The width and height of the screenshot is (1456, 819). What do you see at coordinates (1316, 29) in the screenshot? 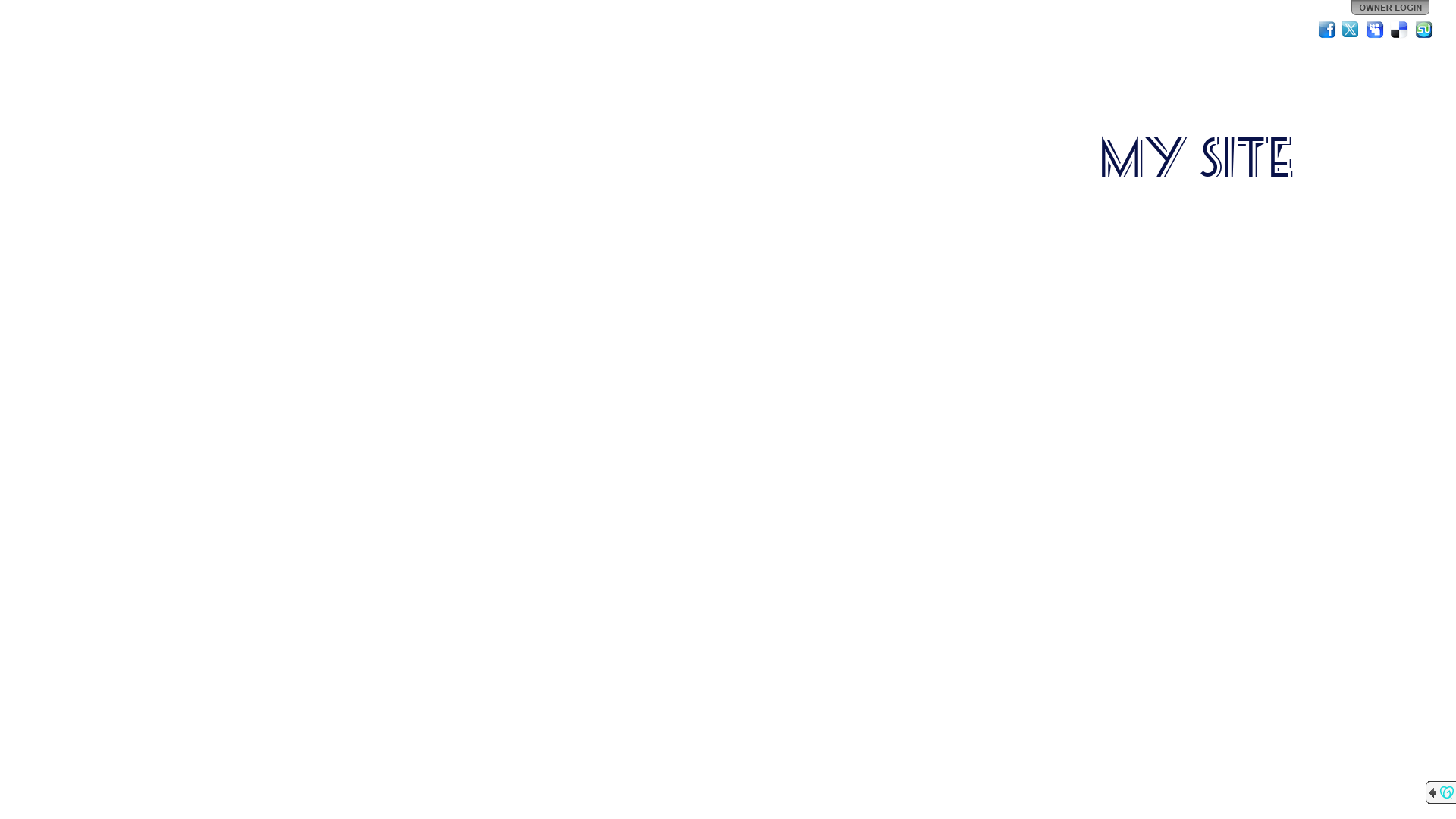
I see `'Facebook'` at bounding box center [1316, 29].